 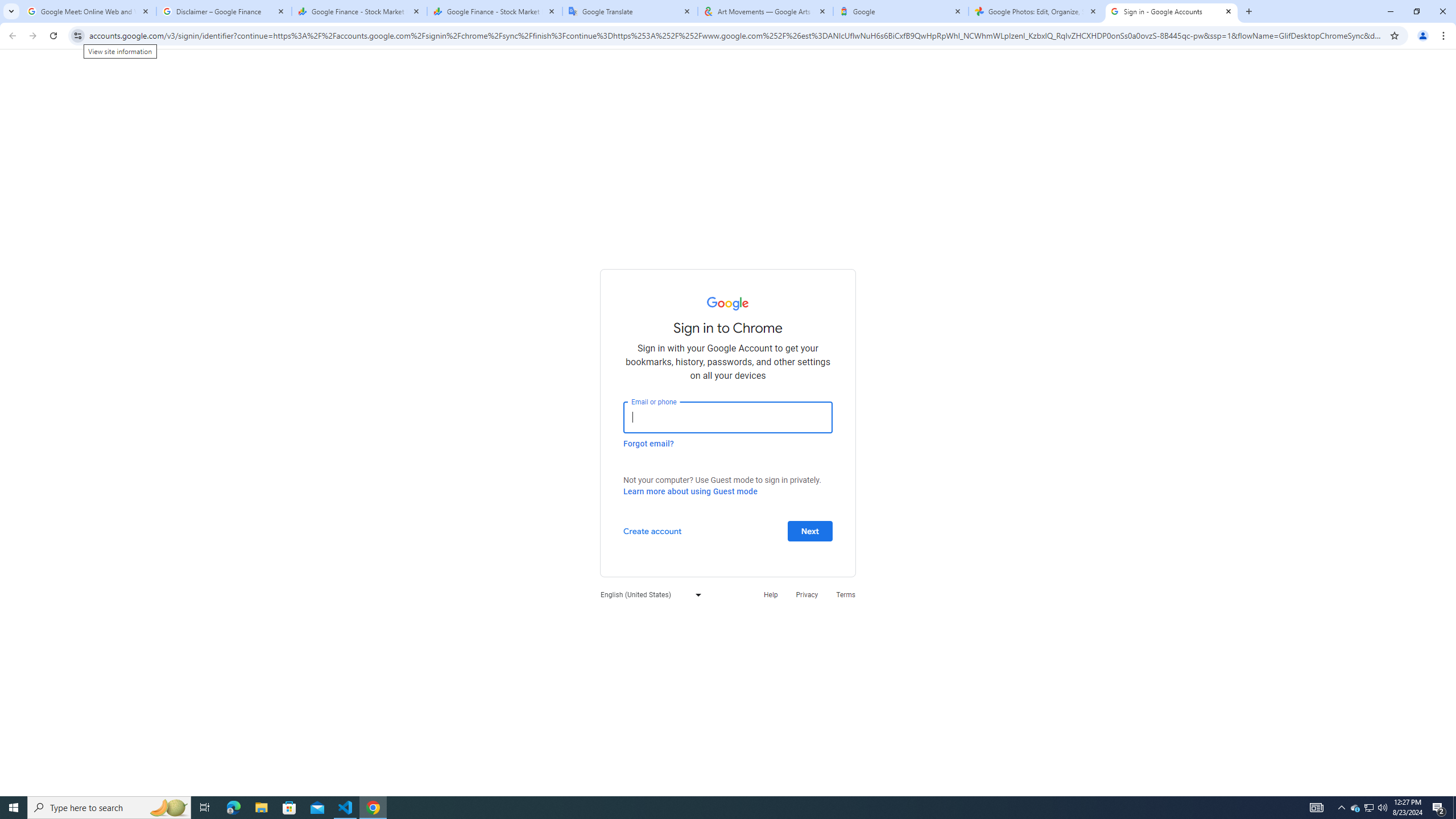 I want to click on 'Create account', so click(x=651, y=530).